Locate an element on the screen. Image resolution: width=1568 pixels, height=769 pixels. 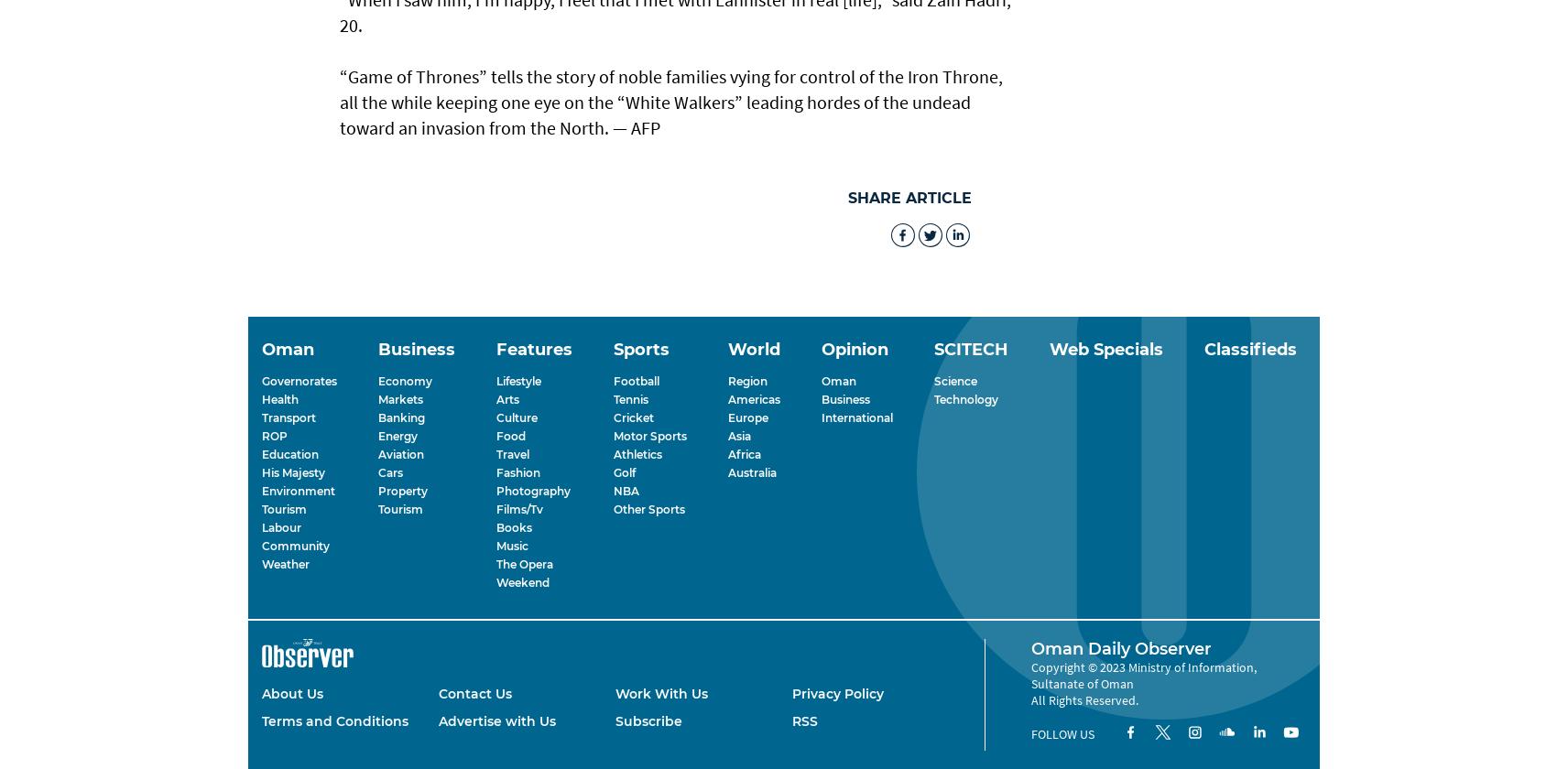
'Environment' is located at coordinates (262, 490).